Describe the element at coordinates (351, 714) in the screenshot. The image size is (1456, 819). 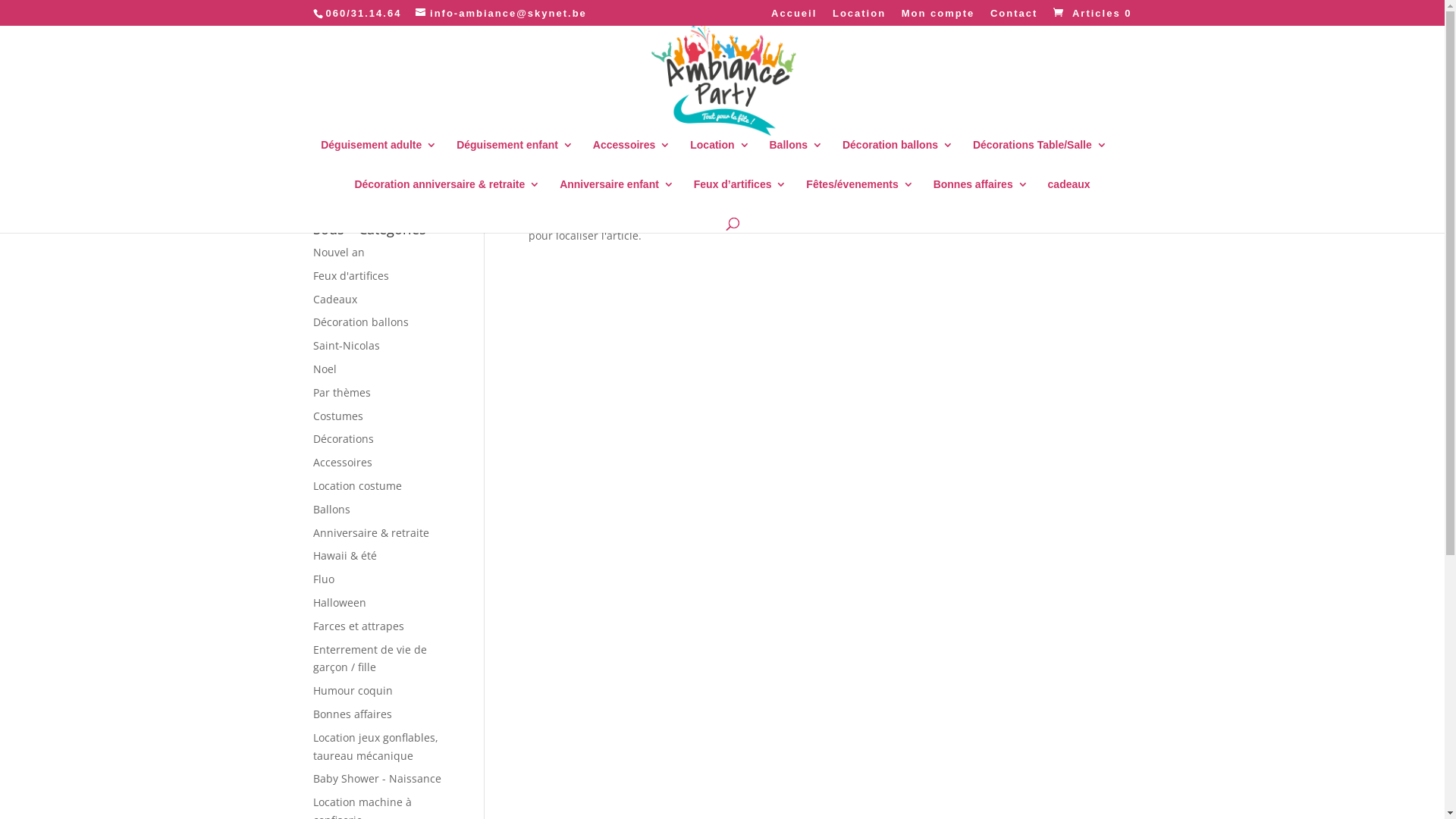
I see `'Bonnes affaires'` at that location.